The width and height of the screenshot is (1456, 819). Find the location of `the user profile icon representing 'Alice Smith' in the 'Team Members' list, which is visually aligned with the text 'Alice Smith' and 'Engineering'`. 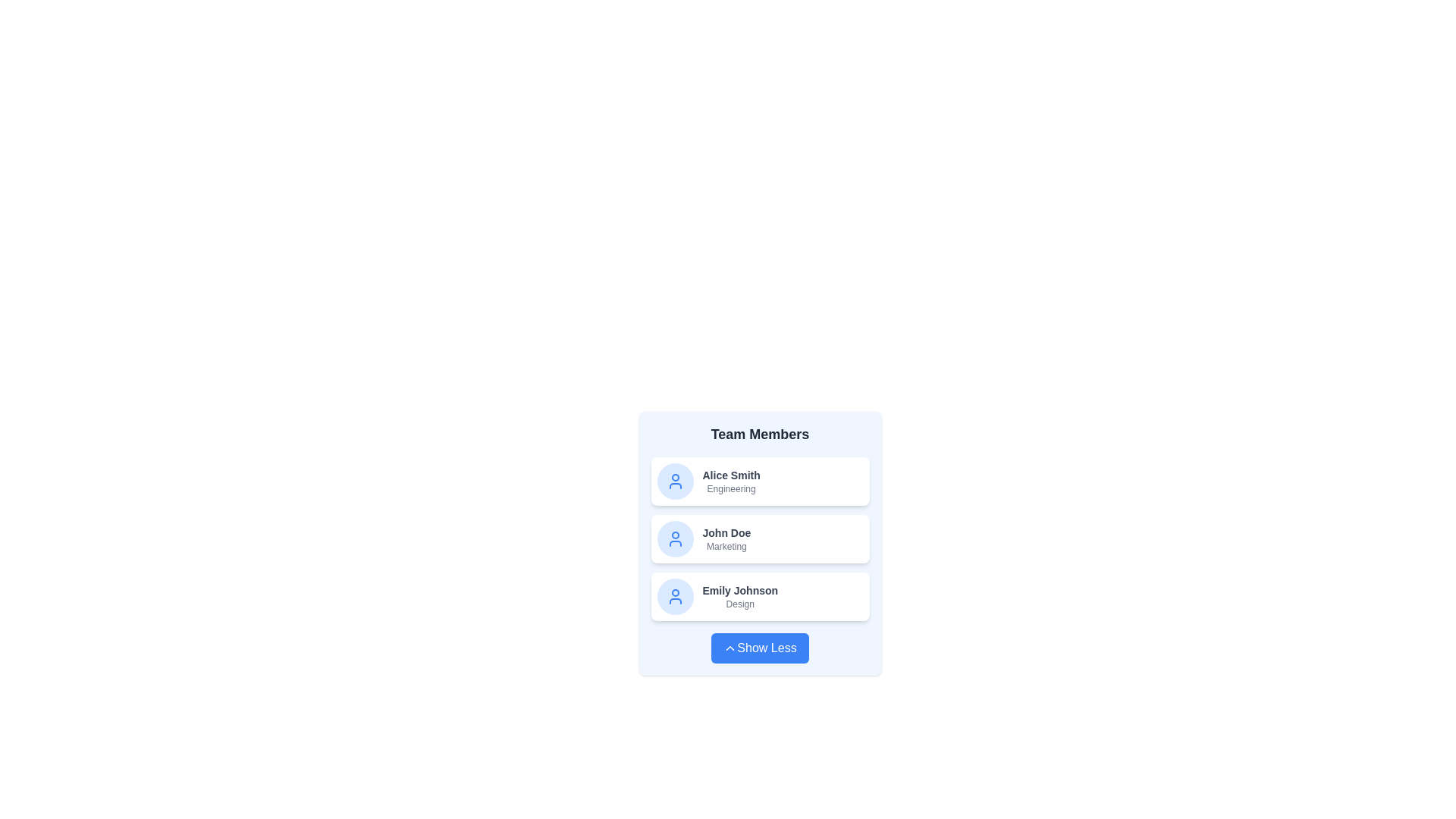

the user profile icon representing 'Alice Smith' in the 'Team Members' list, which is visually aligned with the text 'Alice Smith' and 'Engineering' is located at coordinates (674, 482).